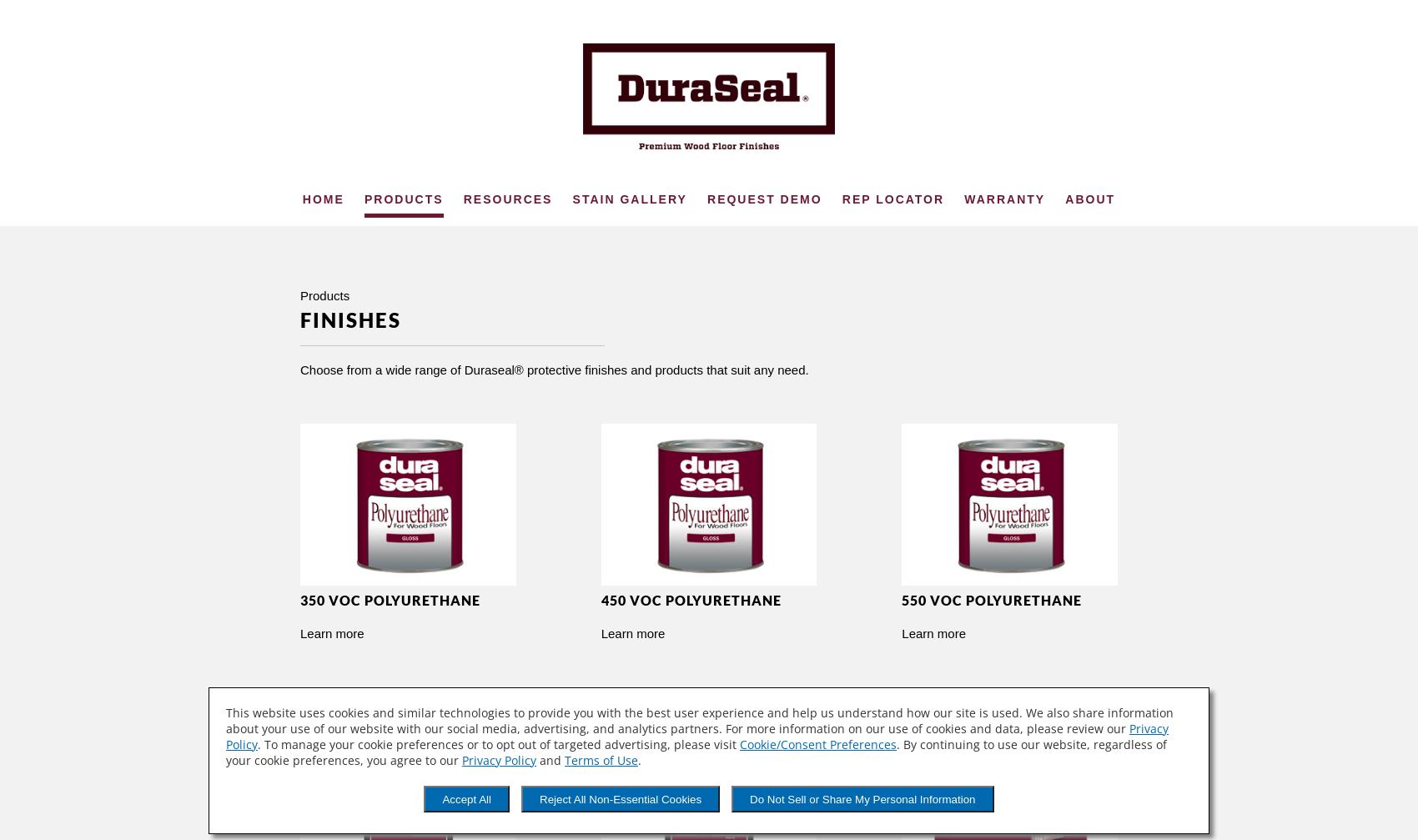 The height and width of the screenshot is (840, 1418). Describe the element at coordinates (690, 599) in the screenshot. I see `'450 VOC Polyurethane'` at that location.